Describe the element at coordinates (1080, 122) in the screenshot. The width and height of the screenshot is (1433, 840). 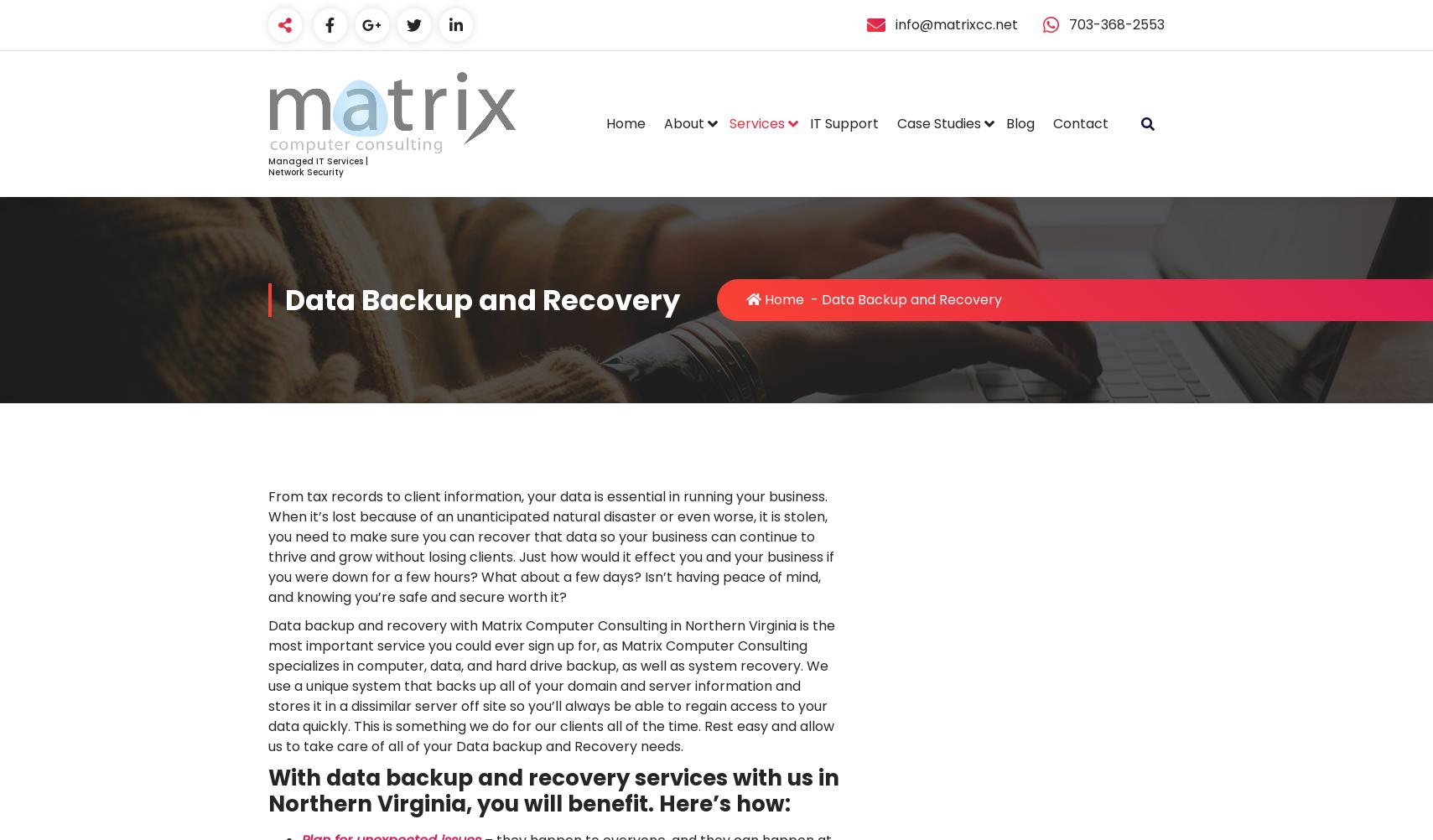
I see `'Contact'` at that location.